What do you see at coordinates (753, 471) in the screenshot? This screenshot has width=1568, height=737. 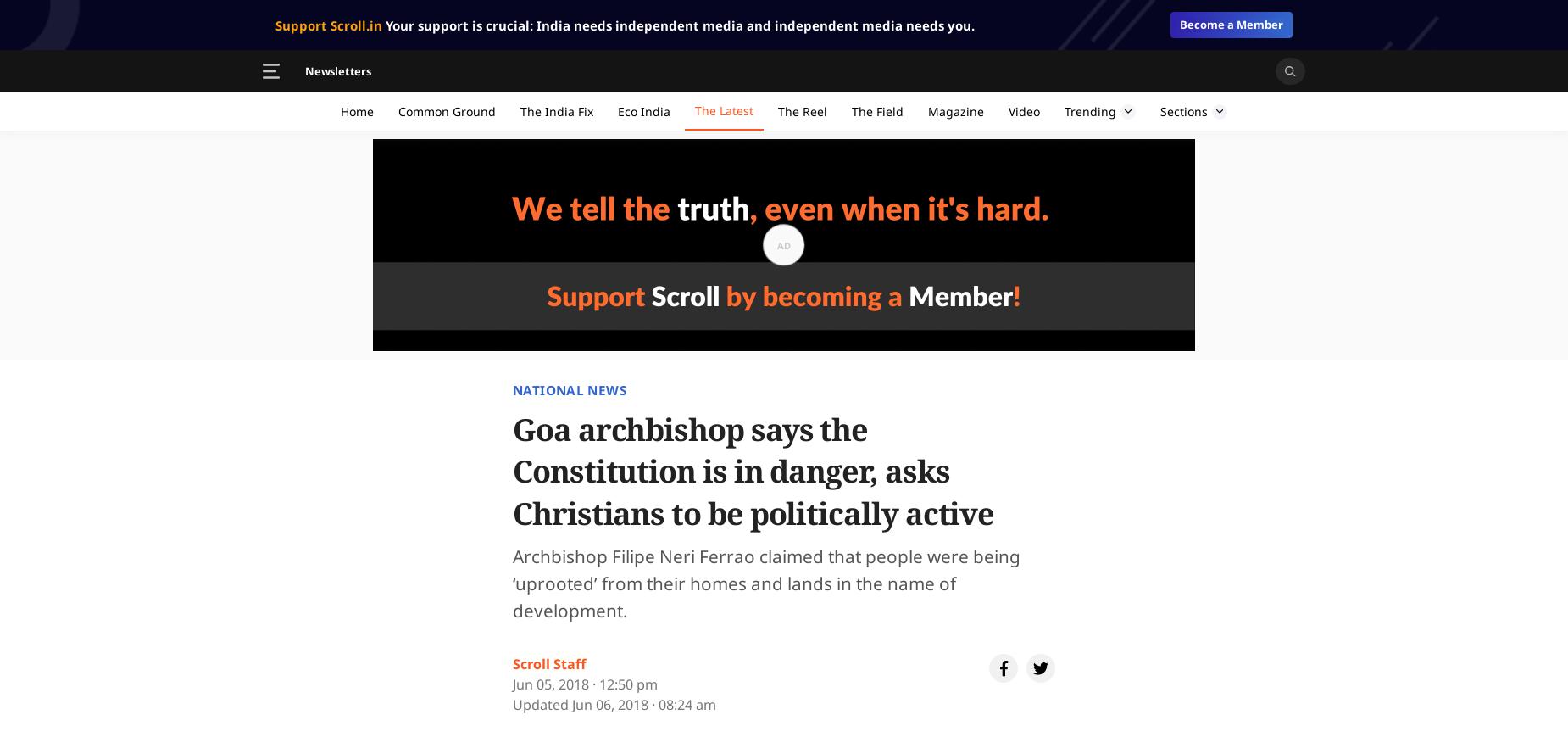 I see `'Goa archbishop says the Constitution is in danger, asks Christians to be politically active'` at bounding box center [753, 471].